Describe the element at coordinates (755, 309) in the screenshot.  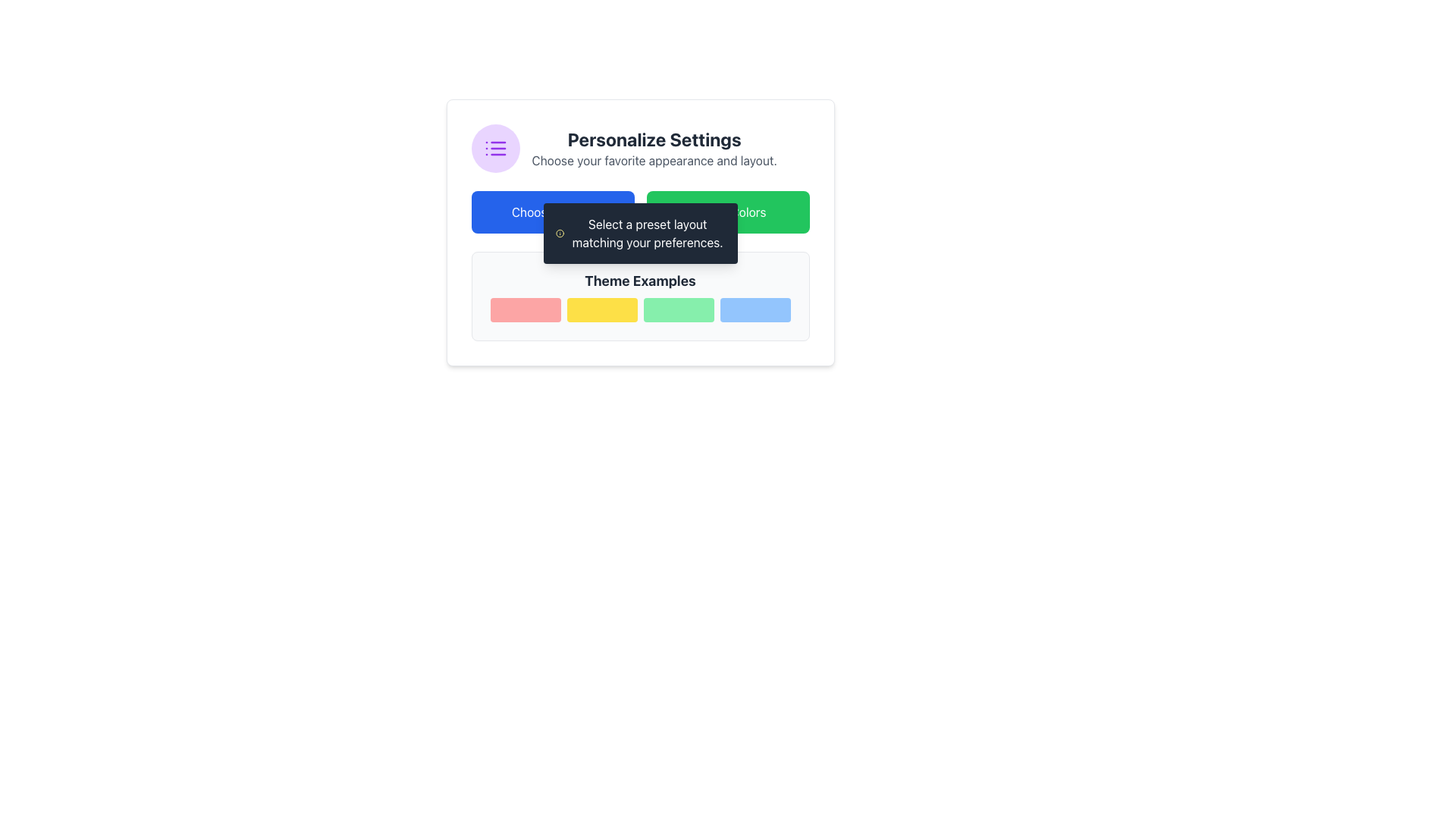
I see `the blue button element` at that location.